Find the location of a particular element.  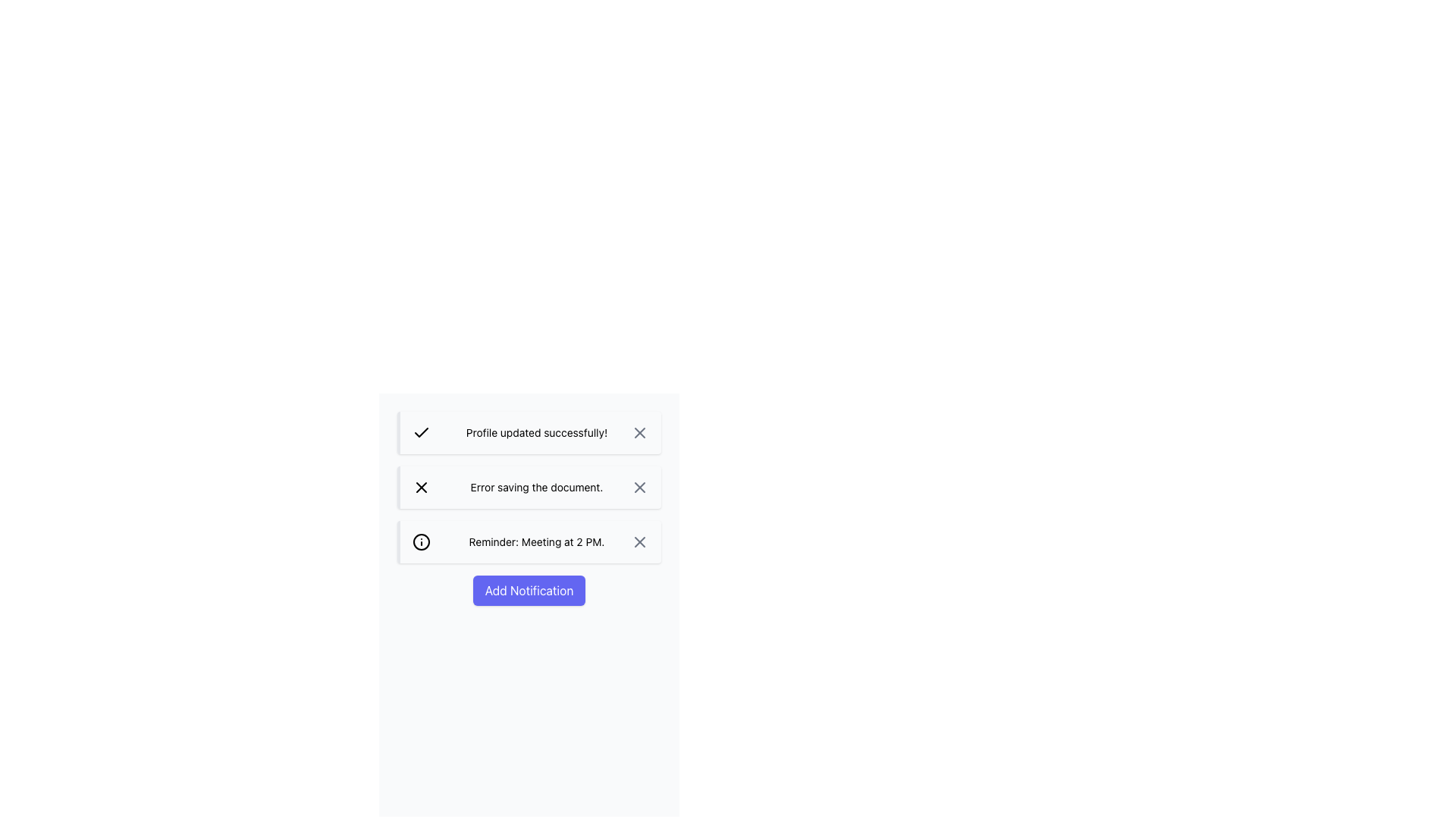

the cancel icon located to the left of the notification reading 'Error saving the document.' is located at coordinates (422, 488).